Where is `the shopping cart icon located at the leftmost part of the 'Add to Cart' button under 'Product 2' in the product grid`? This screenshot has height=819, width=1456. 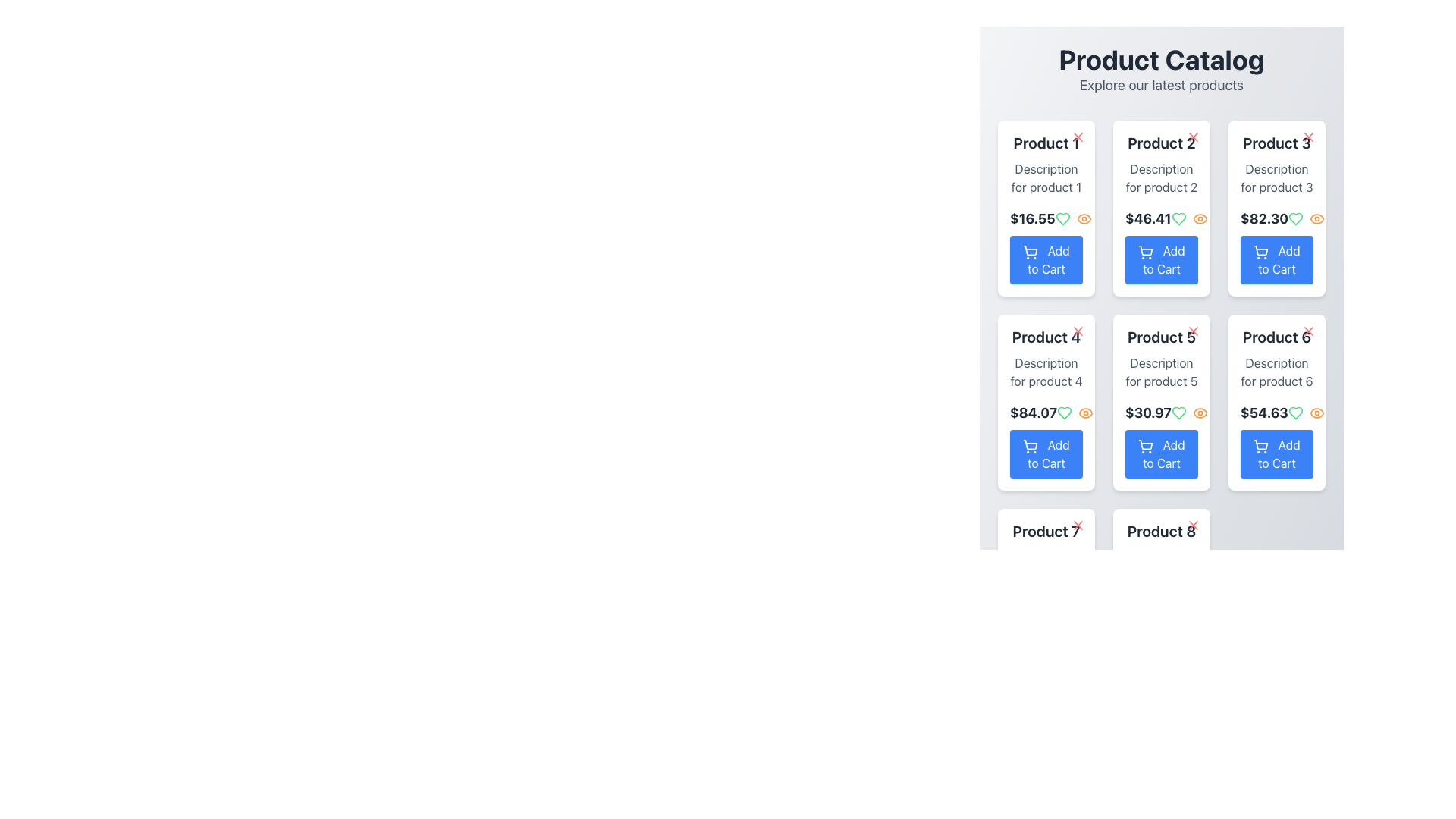 the shopping cart icon located at the leftmost part of the 'Add to Cart' button under 'Product 2' in the product grid is located at coordinates (1146, 251).